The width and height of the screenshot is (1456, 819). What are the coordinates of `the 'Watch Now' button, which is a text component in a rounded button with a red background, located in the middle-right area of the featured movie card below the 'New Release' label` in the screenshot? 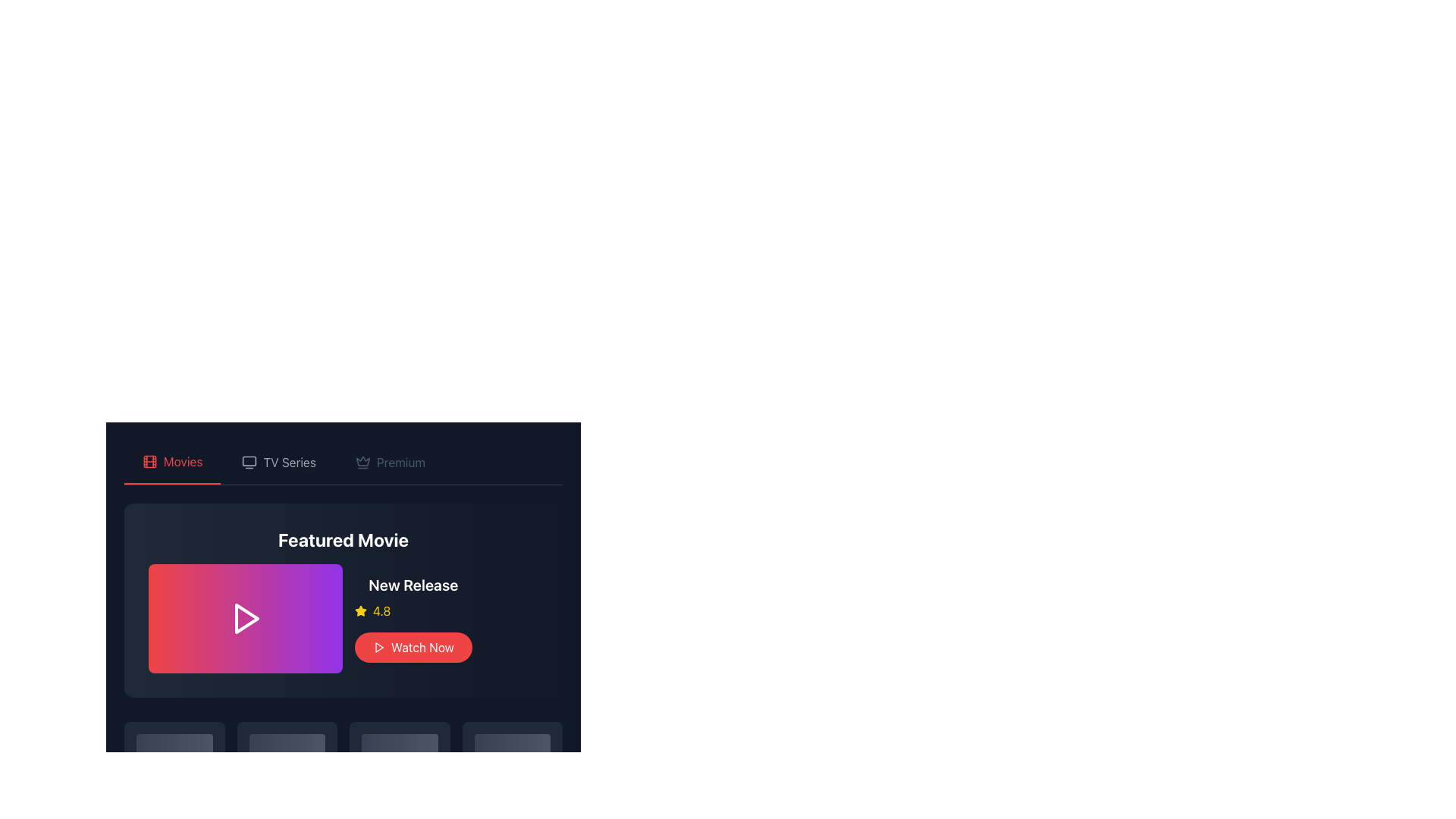 It's located at (422, 647).